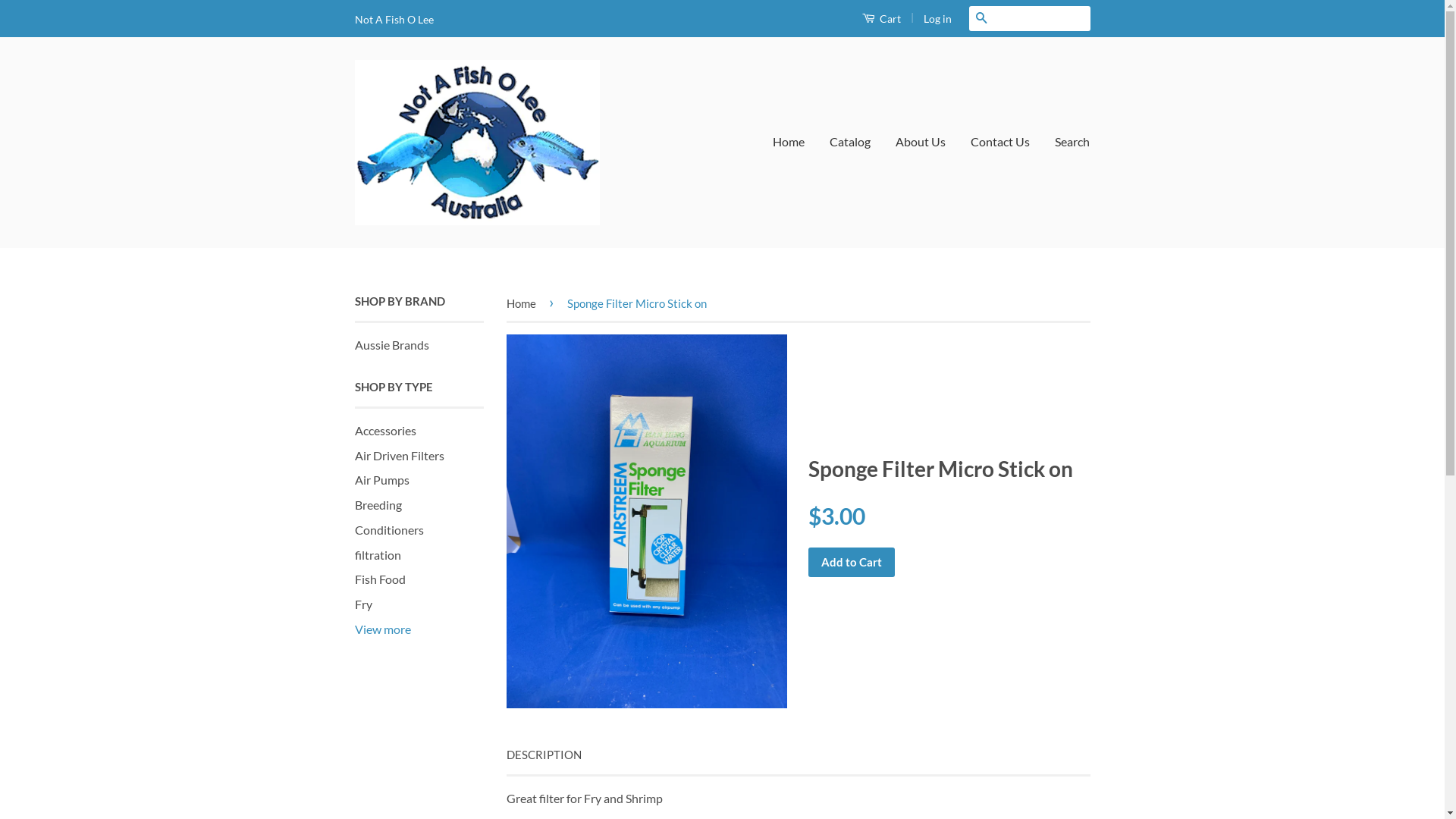  What do you see at coordinates (920, 142) in the screenshot?
I see `'About Us'` at bounding box center [920, 142].